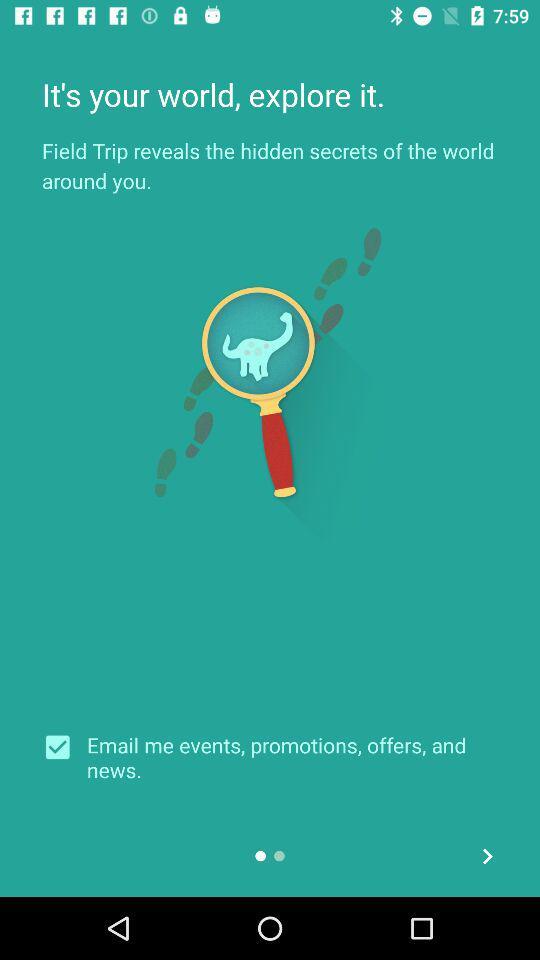  Describe the element at coordinates (64, 746) in the screenshot. I see `the icon next to the email me events` at that location.